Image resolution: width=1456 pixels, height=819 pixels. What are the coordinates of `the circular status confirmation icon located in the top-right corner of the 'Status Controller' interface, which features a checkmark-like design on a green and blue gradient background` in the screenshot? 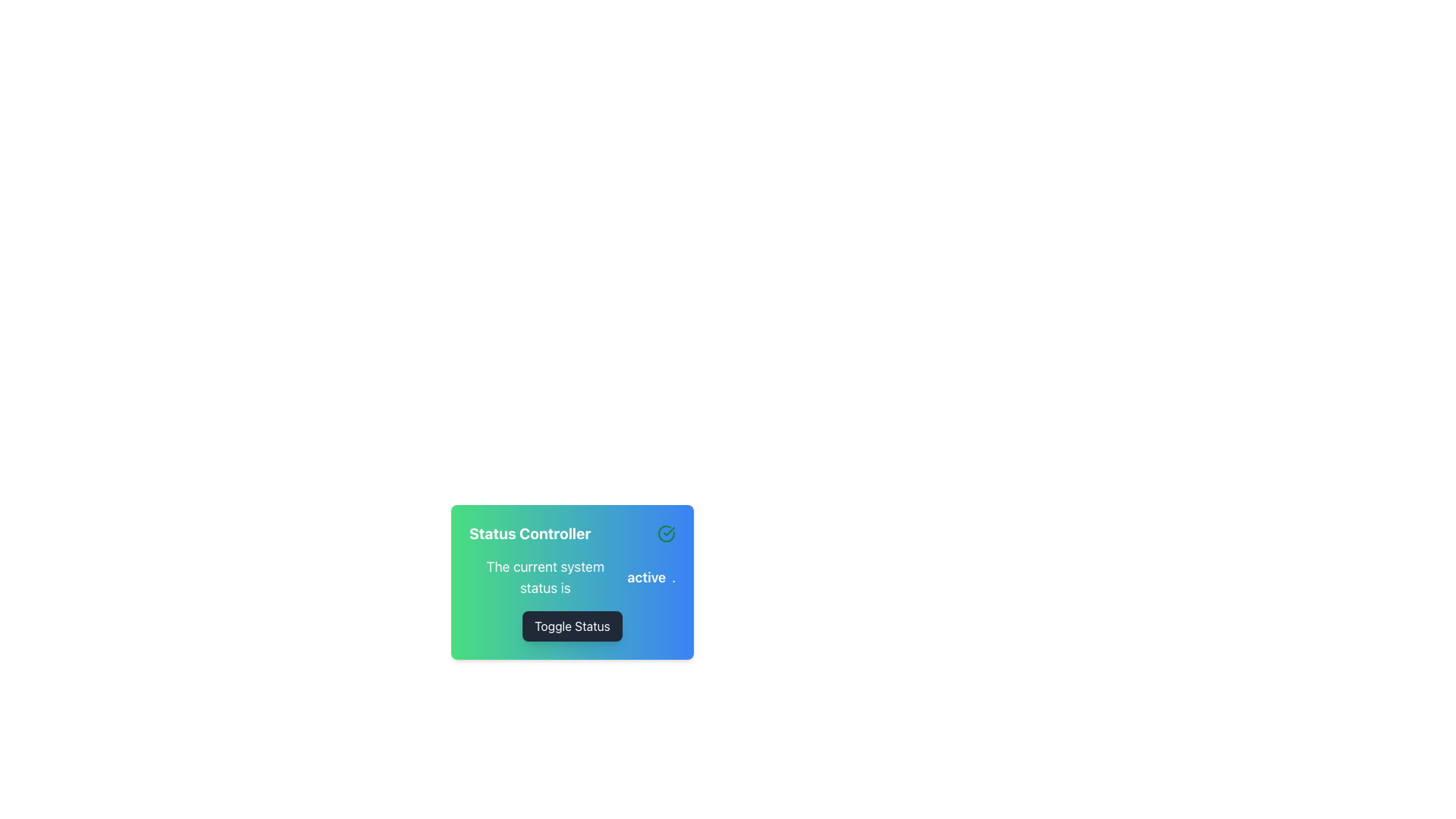 It's located at (666, 533).